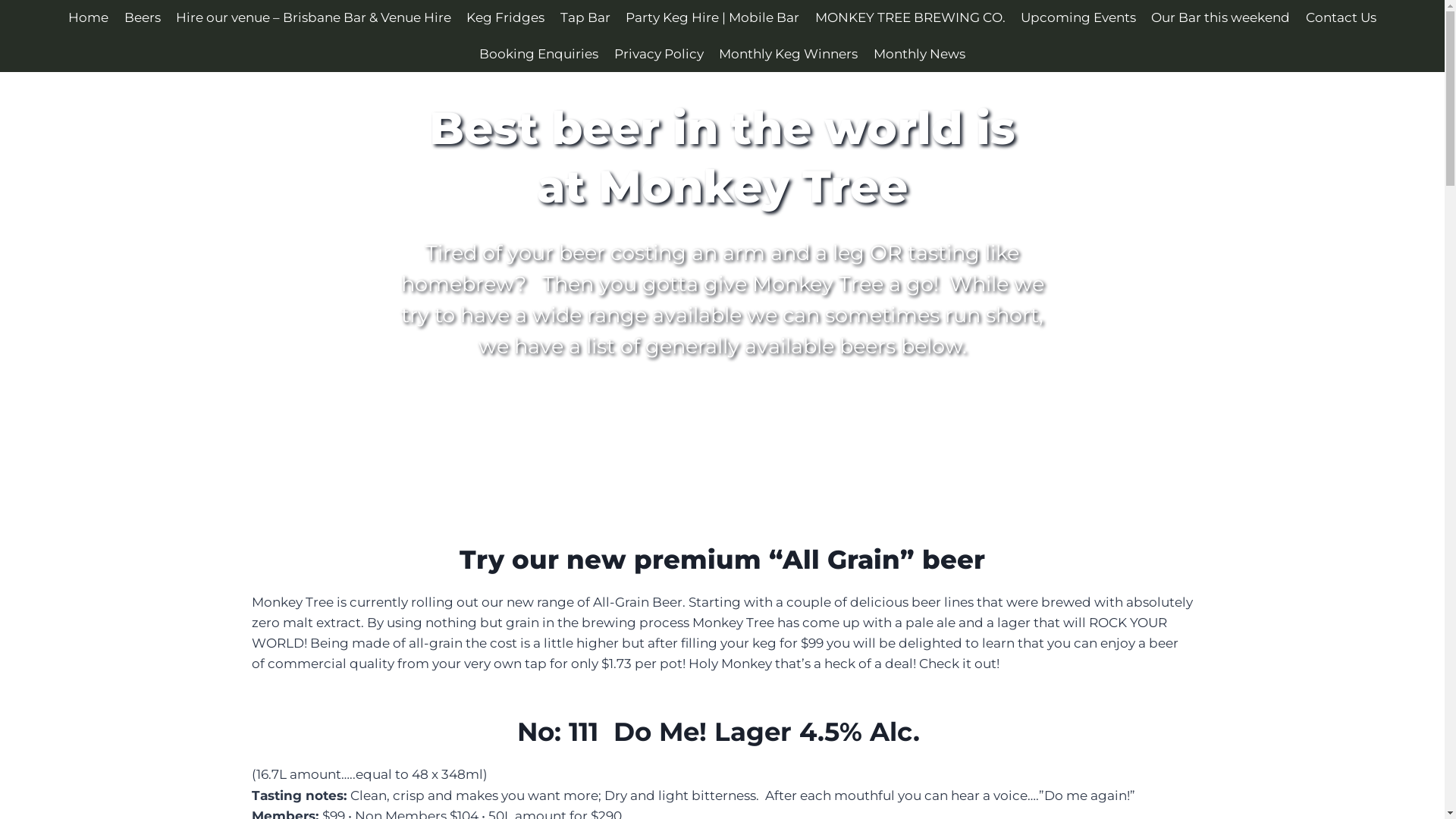  I want to click on 'Monthly Keg Winners', so click(788, 54).